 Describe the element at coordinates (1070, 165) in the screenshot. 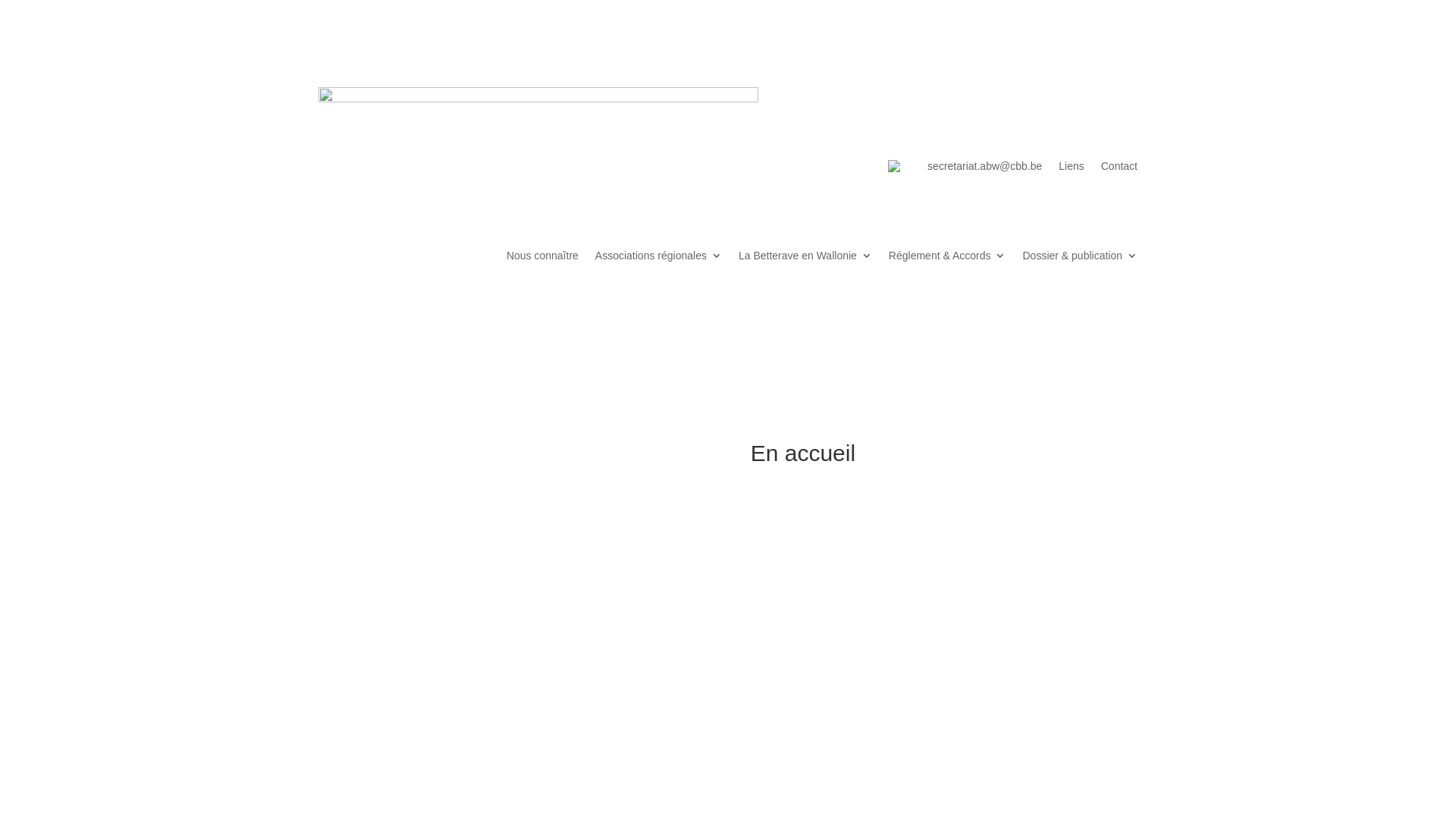

I see `'Liens'` at that location.